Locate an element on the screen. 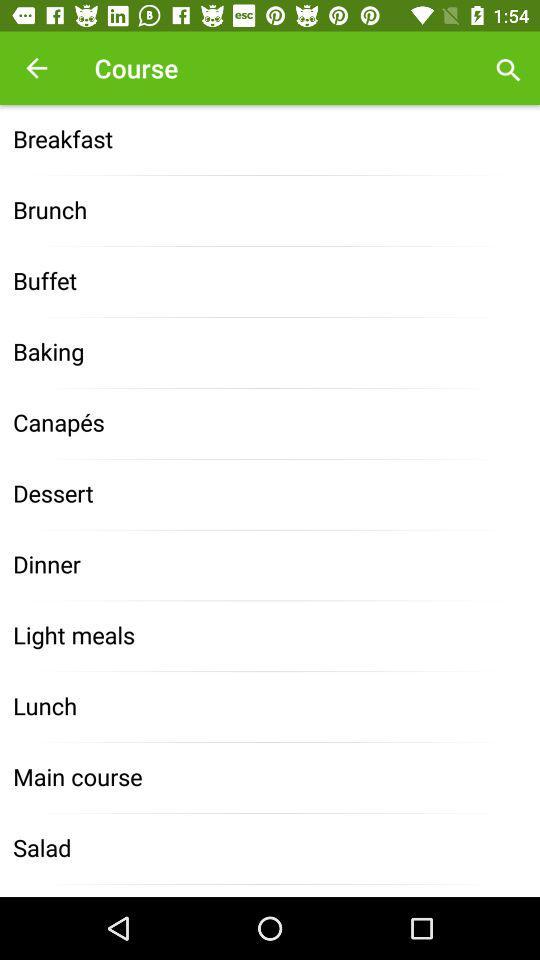 This screenshot has width=540, height=960. main course is located at coordinates (270, 777).